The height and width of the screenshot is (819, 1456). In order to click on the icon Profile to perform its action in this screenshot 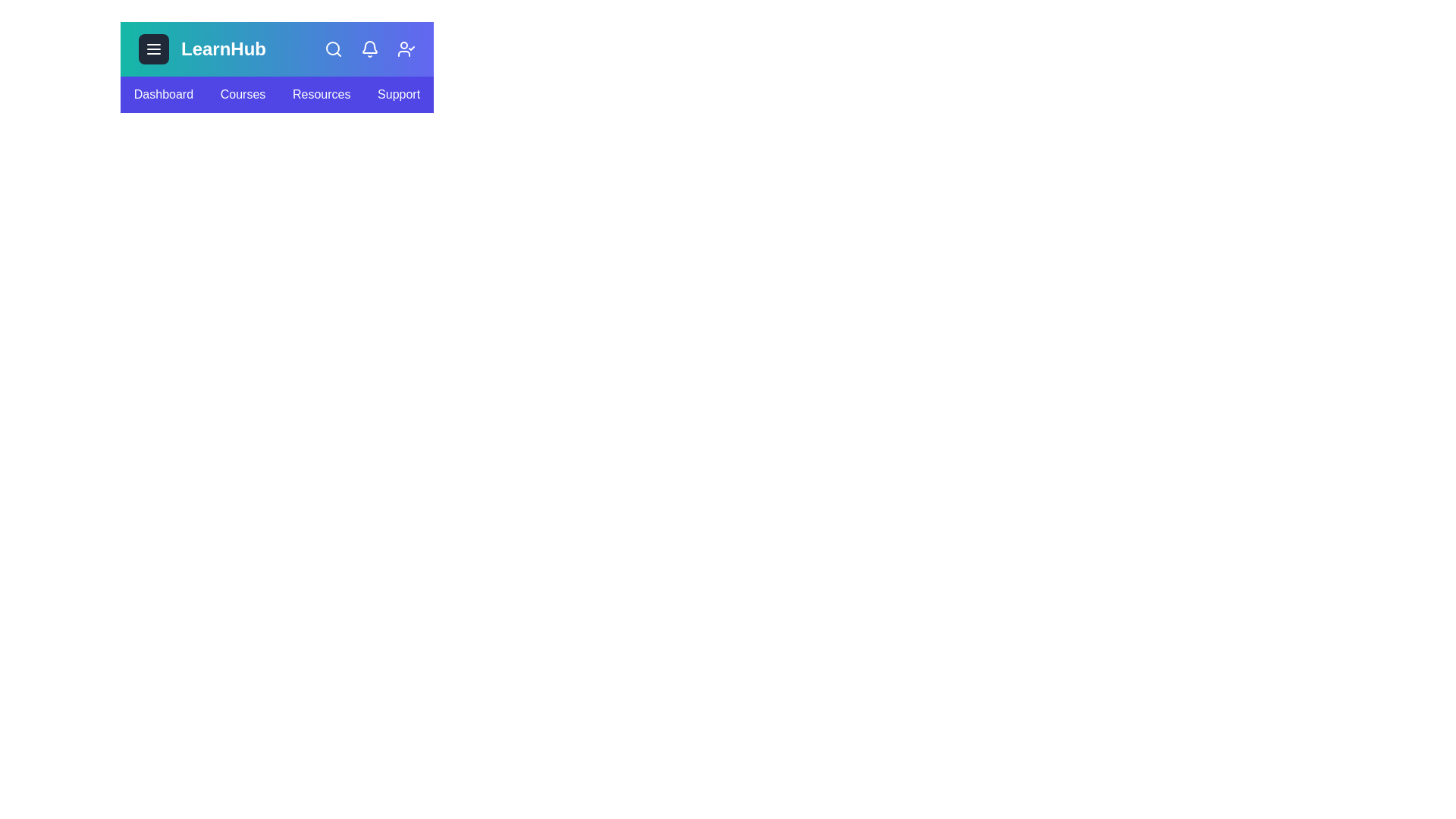, I will do `click(406, 49)`.